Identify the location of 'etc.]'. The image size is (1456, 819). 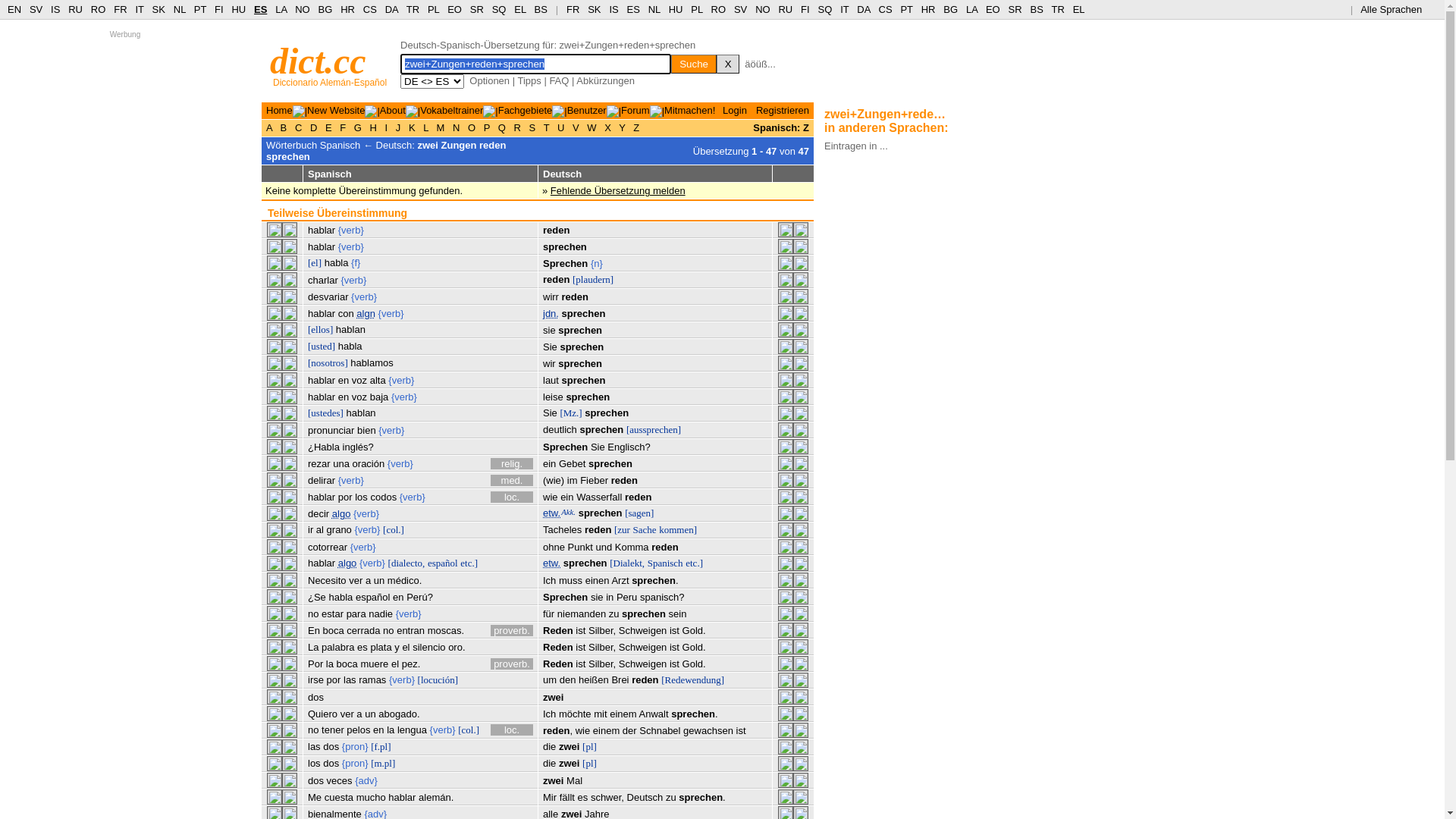
(468, 563).